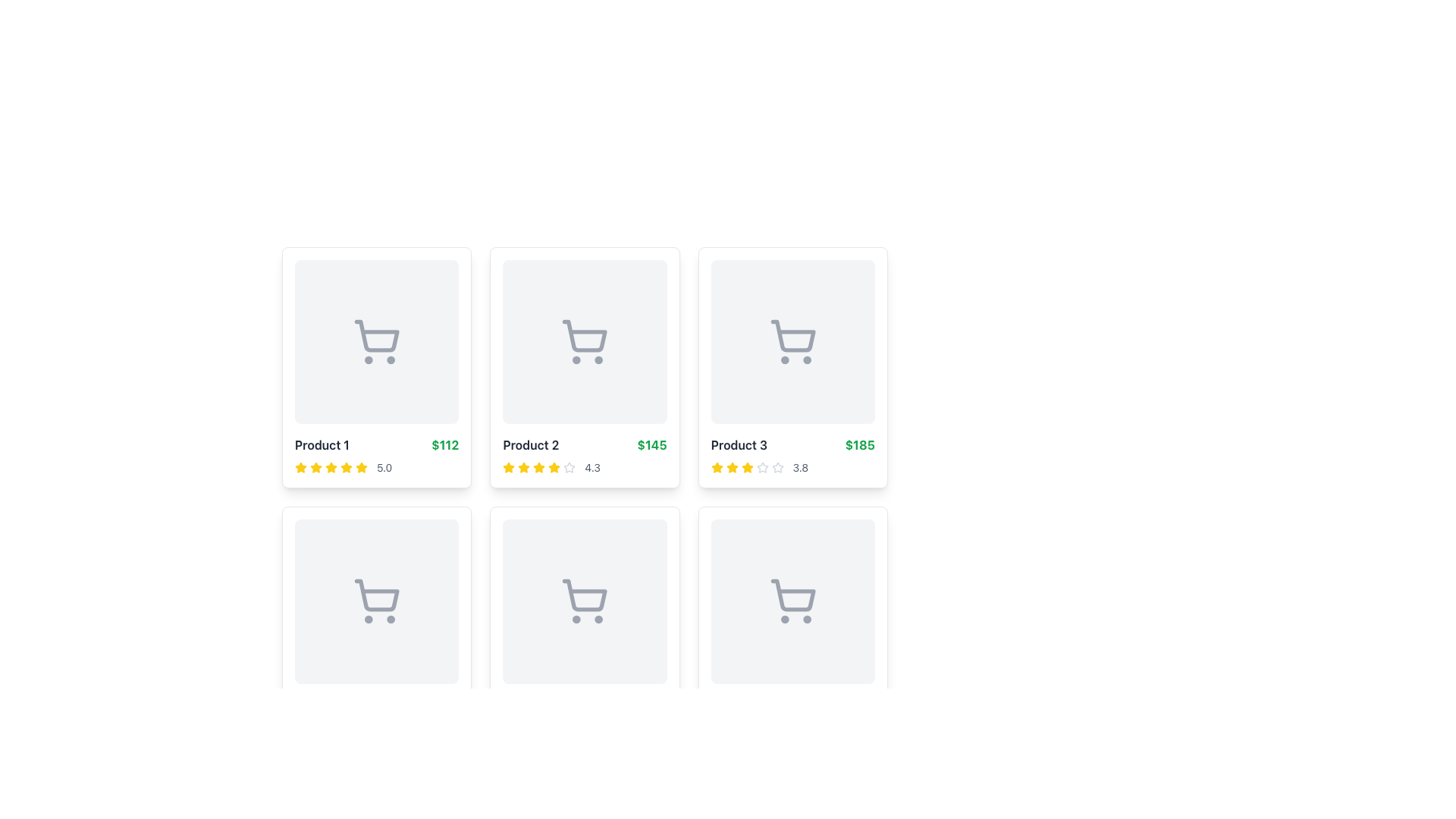 This screenshot has width=1456, height=819. I want to click on the fifth yellow star icon in the rating row under the 'Product 1' card in the top left corner of the grid-based product layout, so click(301, 467).